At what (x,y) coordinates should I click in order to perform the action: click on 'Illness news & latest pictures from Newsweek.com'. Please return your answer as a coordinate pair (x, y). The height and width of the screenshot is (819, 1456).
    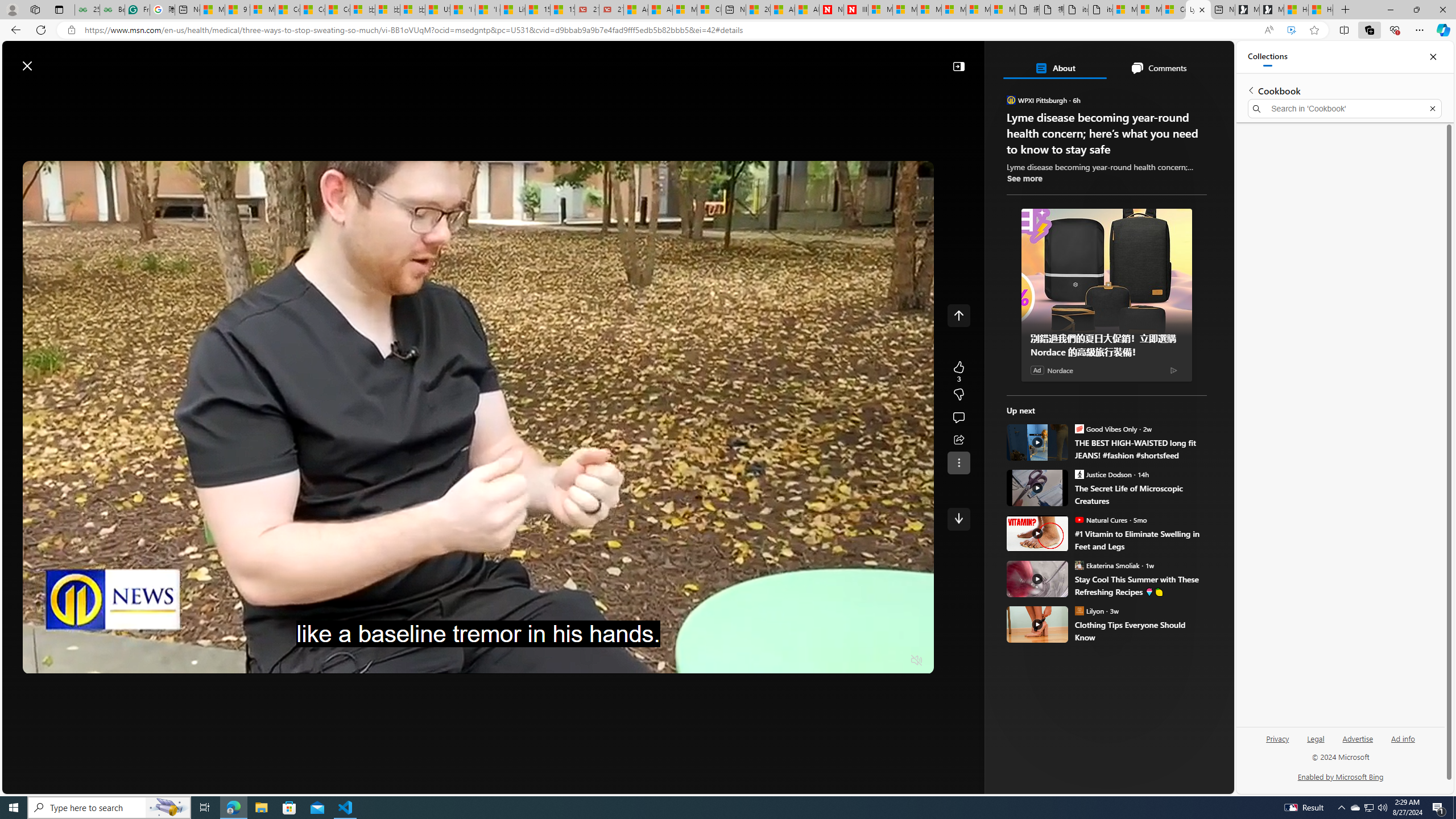
    Looking at the image, I should click on (855, 9).